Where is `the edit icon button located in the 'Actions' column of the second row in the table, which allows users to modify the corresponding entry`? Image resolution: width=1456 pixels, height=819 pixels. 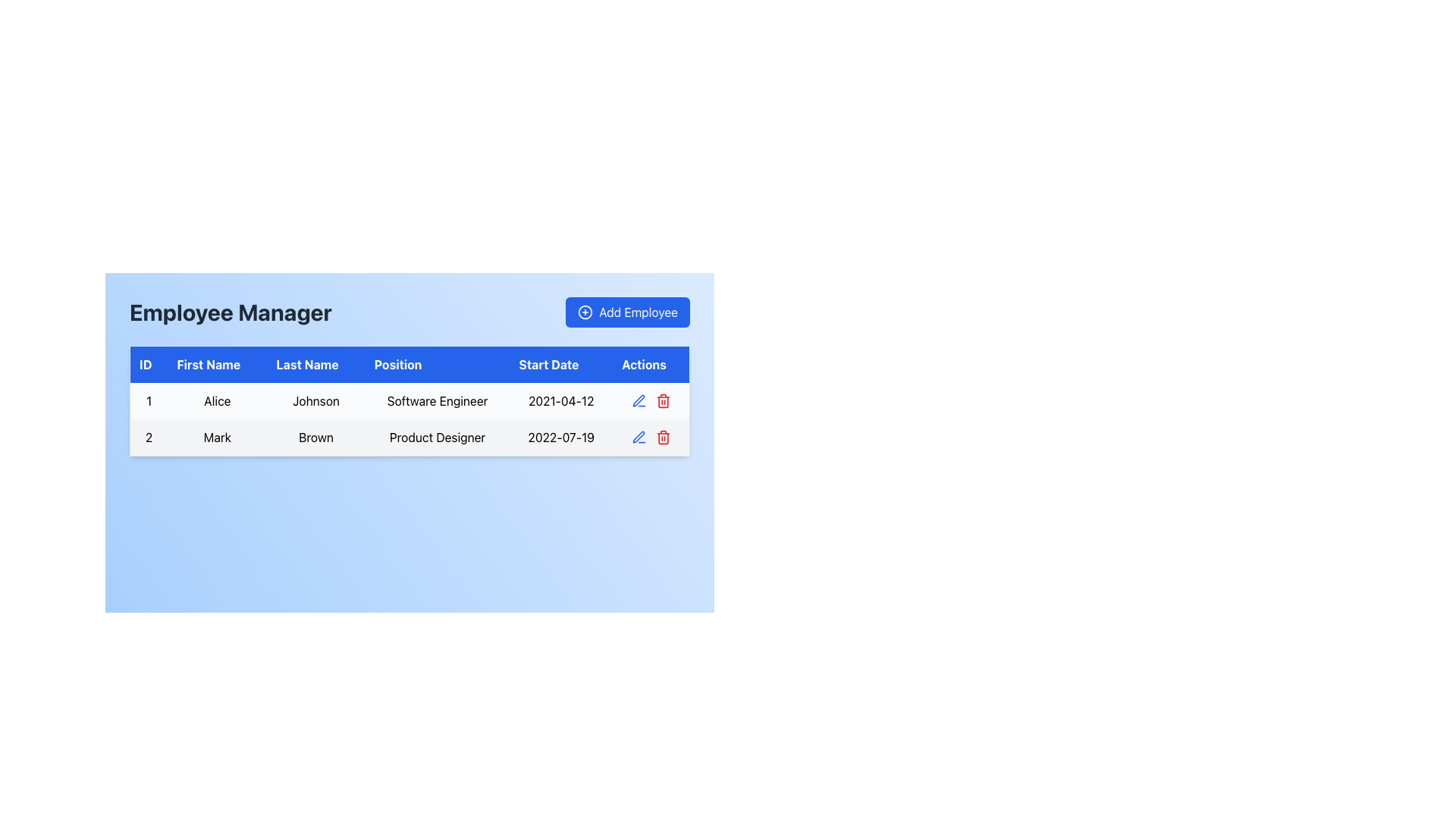 the edit icon button located in the 'Actions' column of the second row in the table, which allows users to modify the corresponding entry is located at coordinates (639, 437).